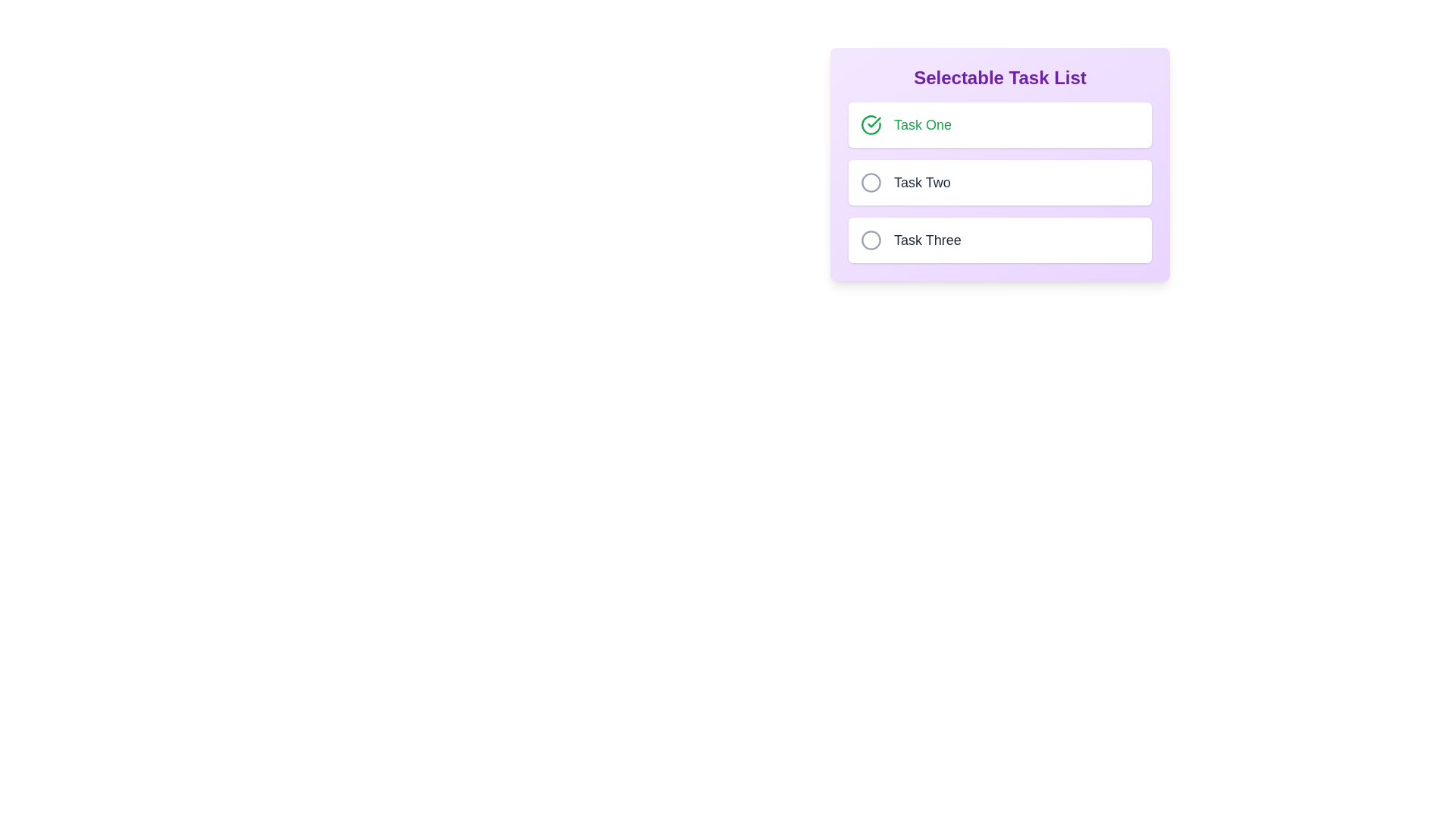 The image size is (1456, 819). I want to click on the 'Task Three' list item card, so click(1000, 239).